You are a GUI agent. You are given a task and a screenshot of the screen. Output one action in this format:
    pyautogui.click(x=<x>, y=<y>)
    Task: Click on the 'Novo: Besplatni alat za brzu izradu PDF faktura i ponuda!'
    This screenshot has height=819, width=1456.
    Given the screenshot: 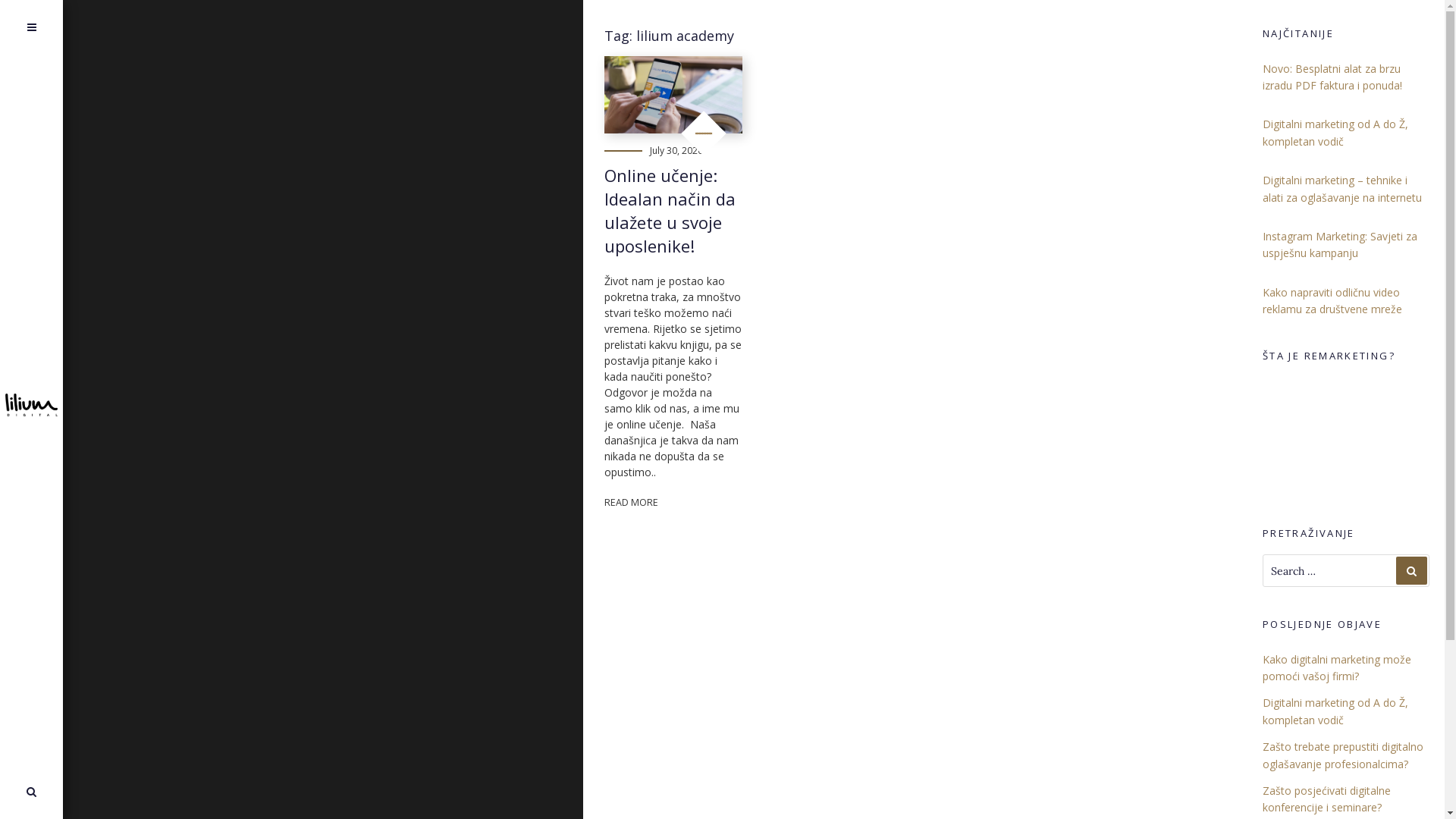 What is the action you would take?
    pyautogui.click(x=1263, y=77)
    